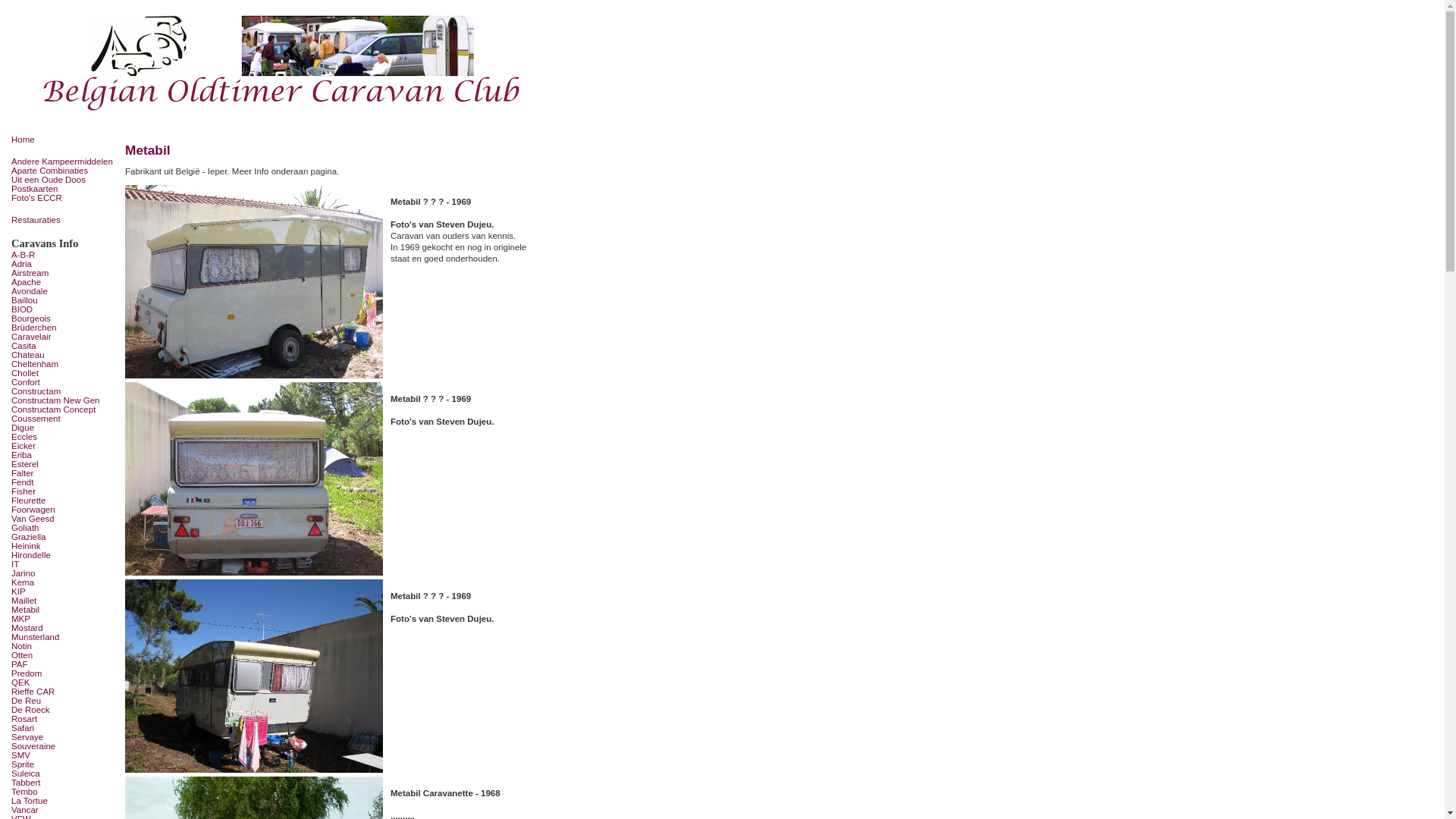 The height and width of the screenshot is (819, 1456). Describe the element at coordinates (64, 701) in the screenshot. I see `'De Reu'` at that location.